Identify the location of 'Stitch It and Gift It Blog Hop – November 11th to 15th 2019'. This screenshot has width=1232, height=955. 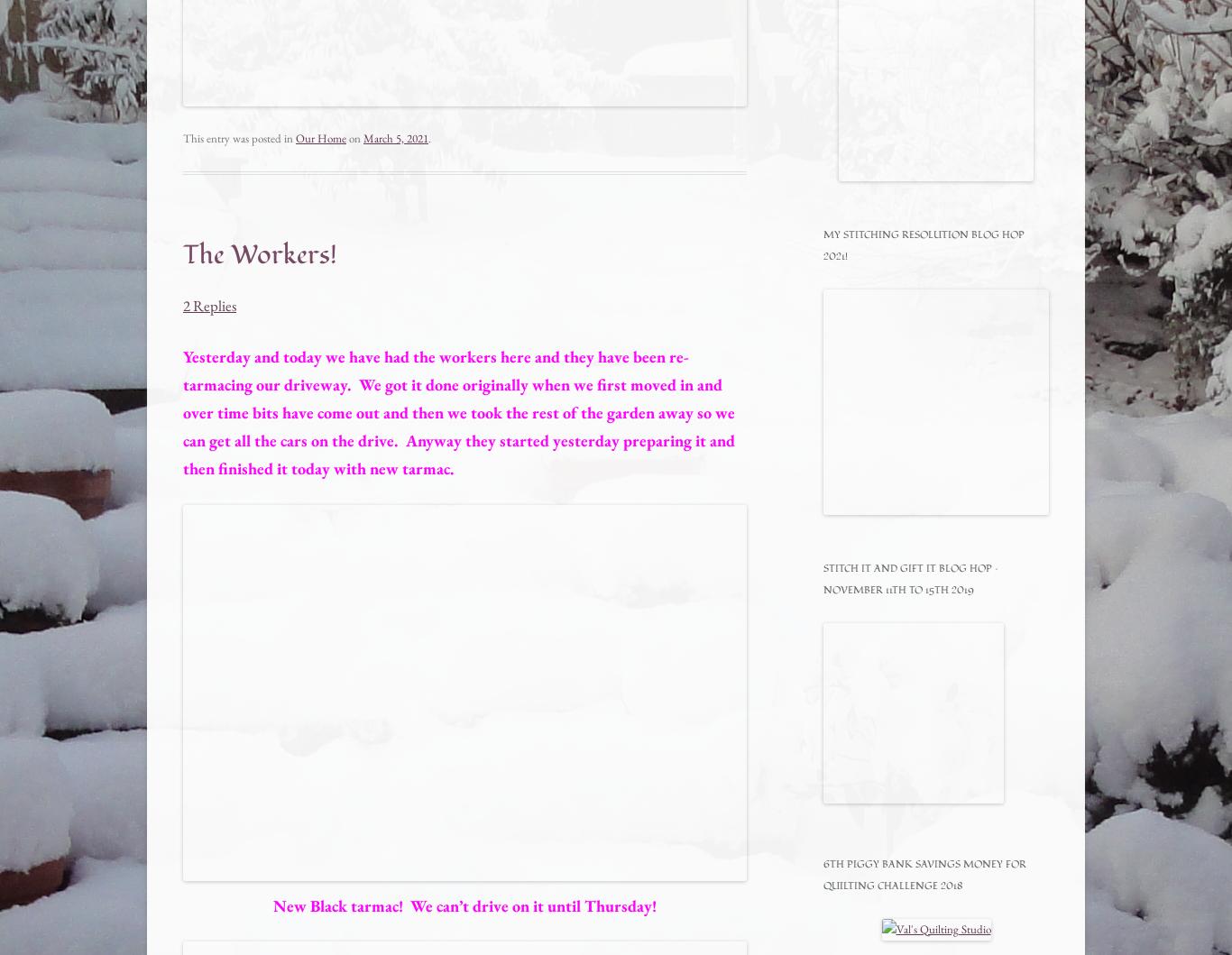
(823, 579).